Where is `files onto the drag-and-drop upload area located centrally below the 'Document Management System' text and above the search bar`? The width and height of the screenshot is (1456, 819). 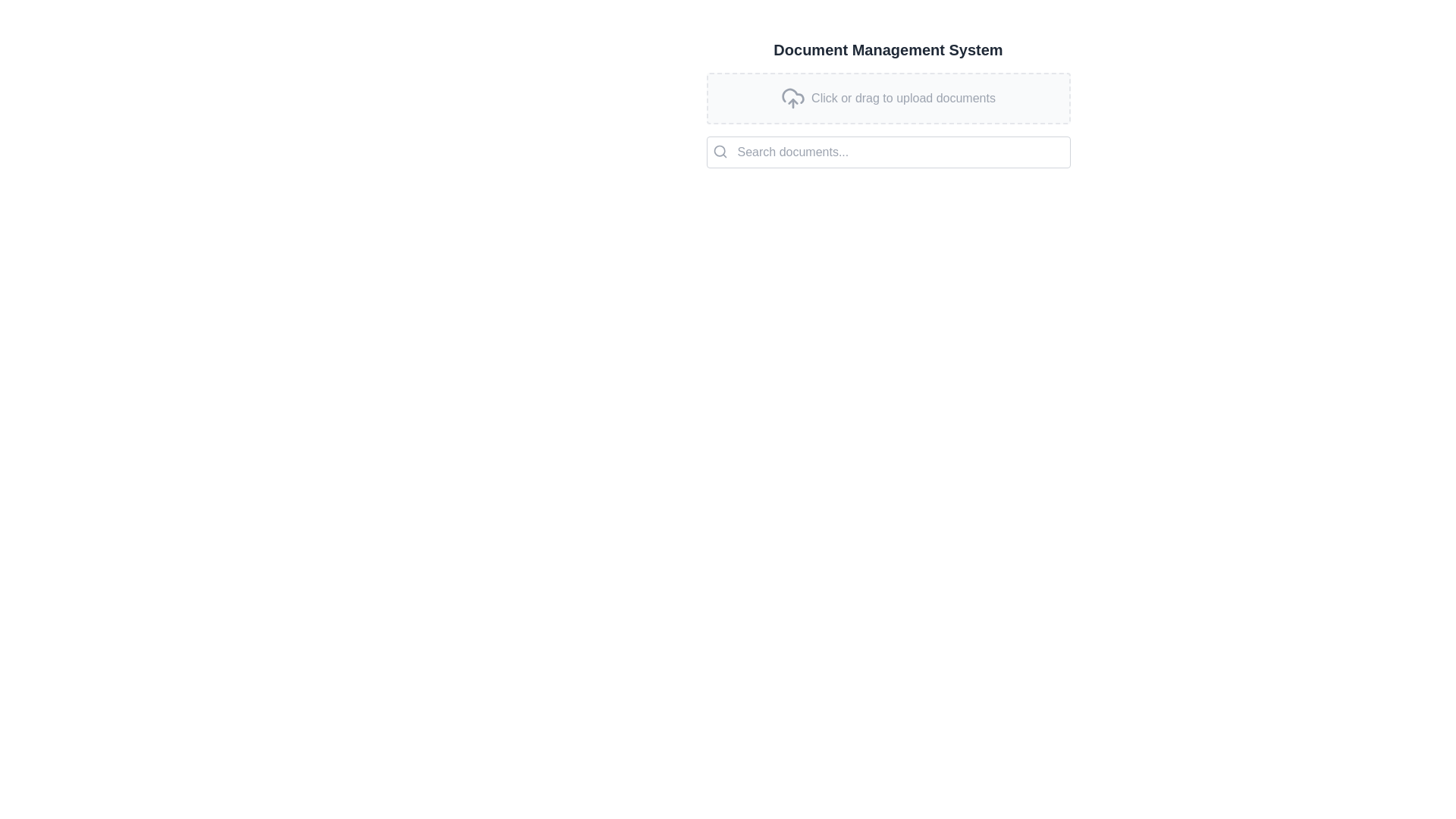 files onto the drag-and-drop upload area located centrally below the 'Document Management System' text and above the search bar is located at coordinates (888, 99).